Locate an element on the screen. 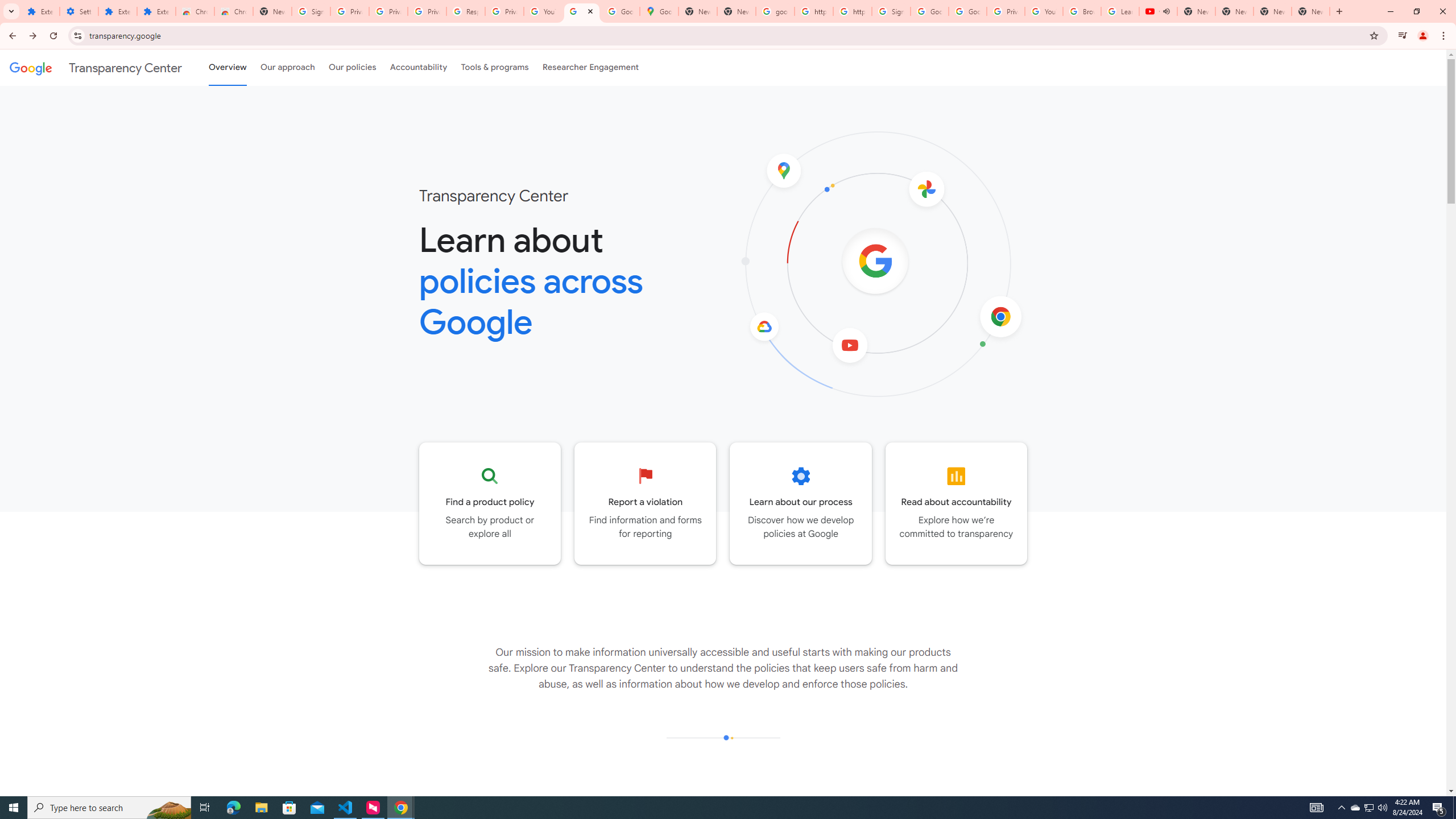  'https://scholar.google.com/' is located at coordinates (813, 11).